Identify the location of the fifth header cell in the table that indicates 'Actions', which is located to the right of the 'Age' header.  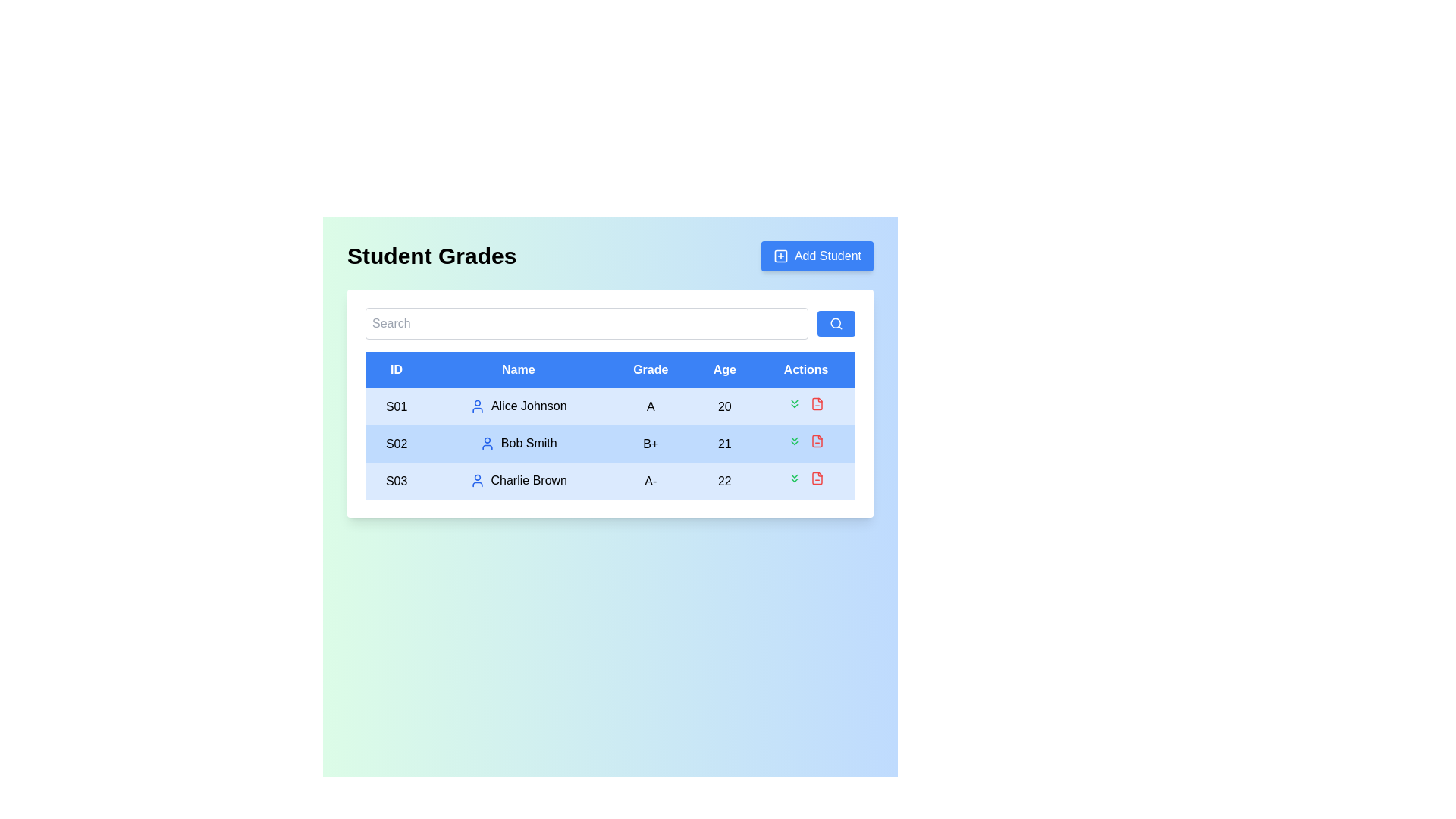
(805, 370).